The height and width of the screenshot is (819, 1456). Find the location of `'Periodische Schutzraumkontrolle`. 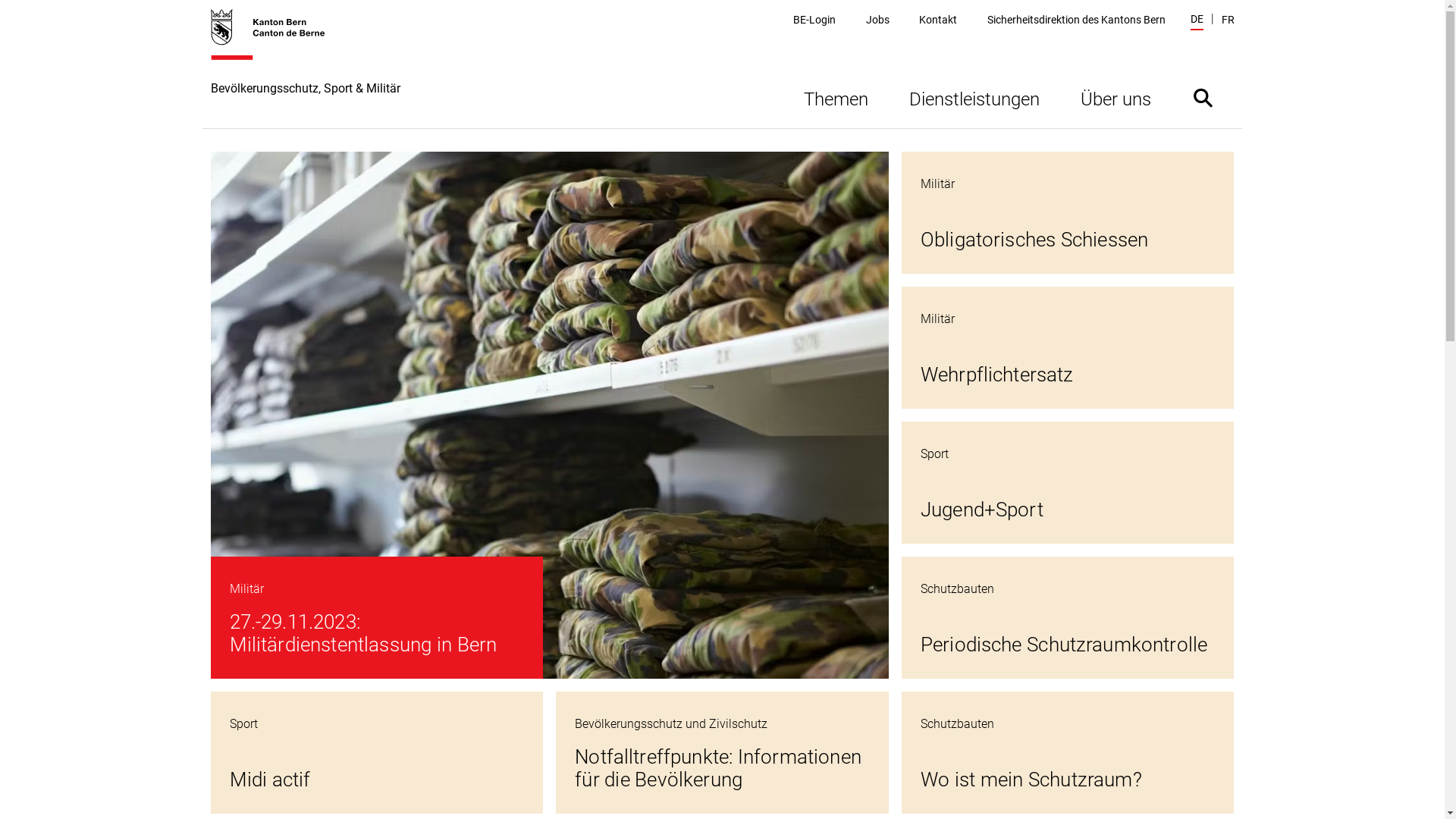

'Periodische Schutzraumkontrolle is located at coordinates (1067, 617).